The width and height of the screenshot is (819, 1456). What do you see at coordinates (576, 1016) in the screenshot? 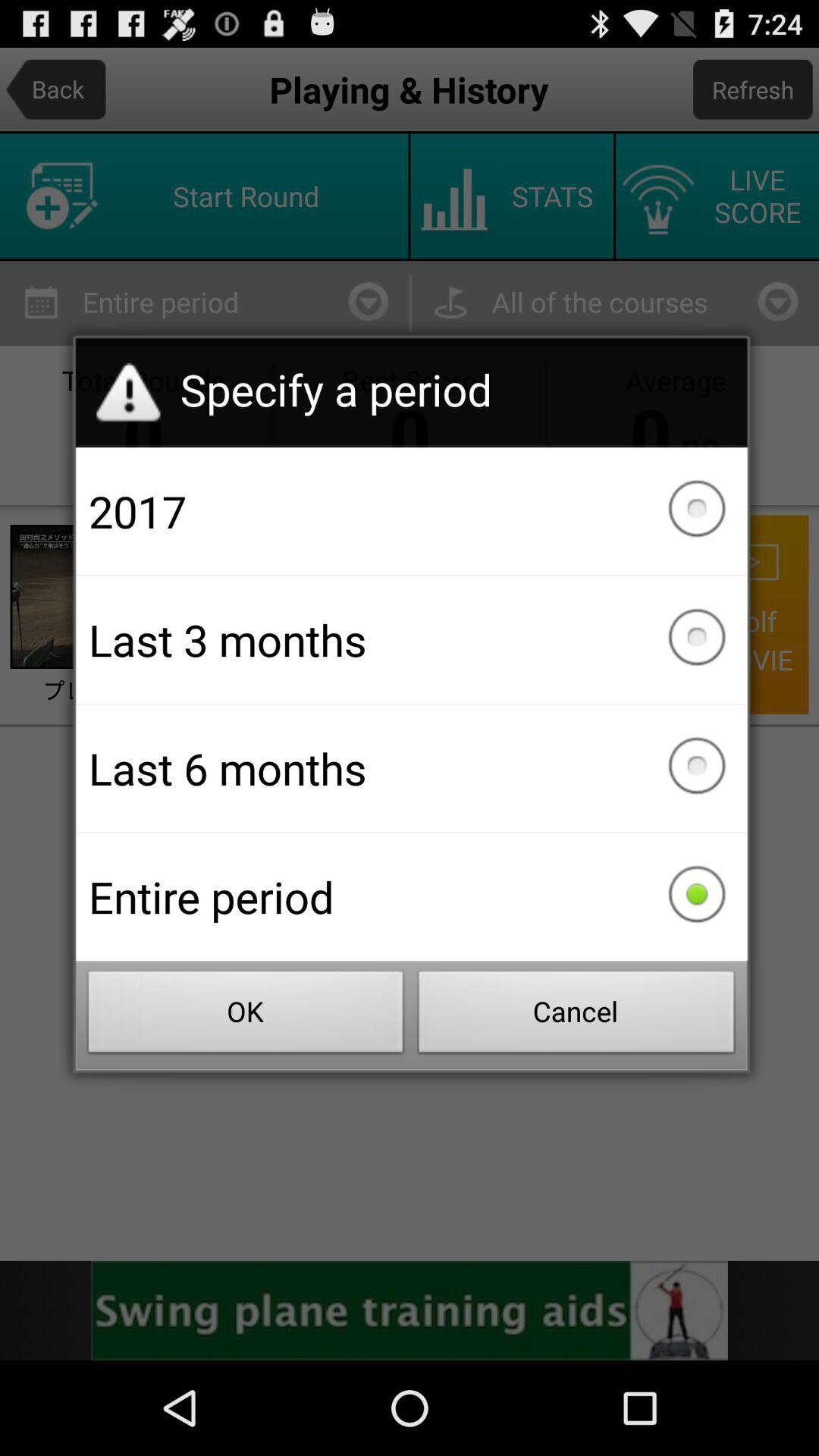
I see `the button next to the ok icon` at bounding box center [576, 1016].